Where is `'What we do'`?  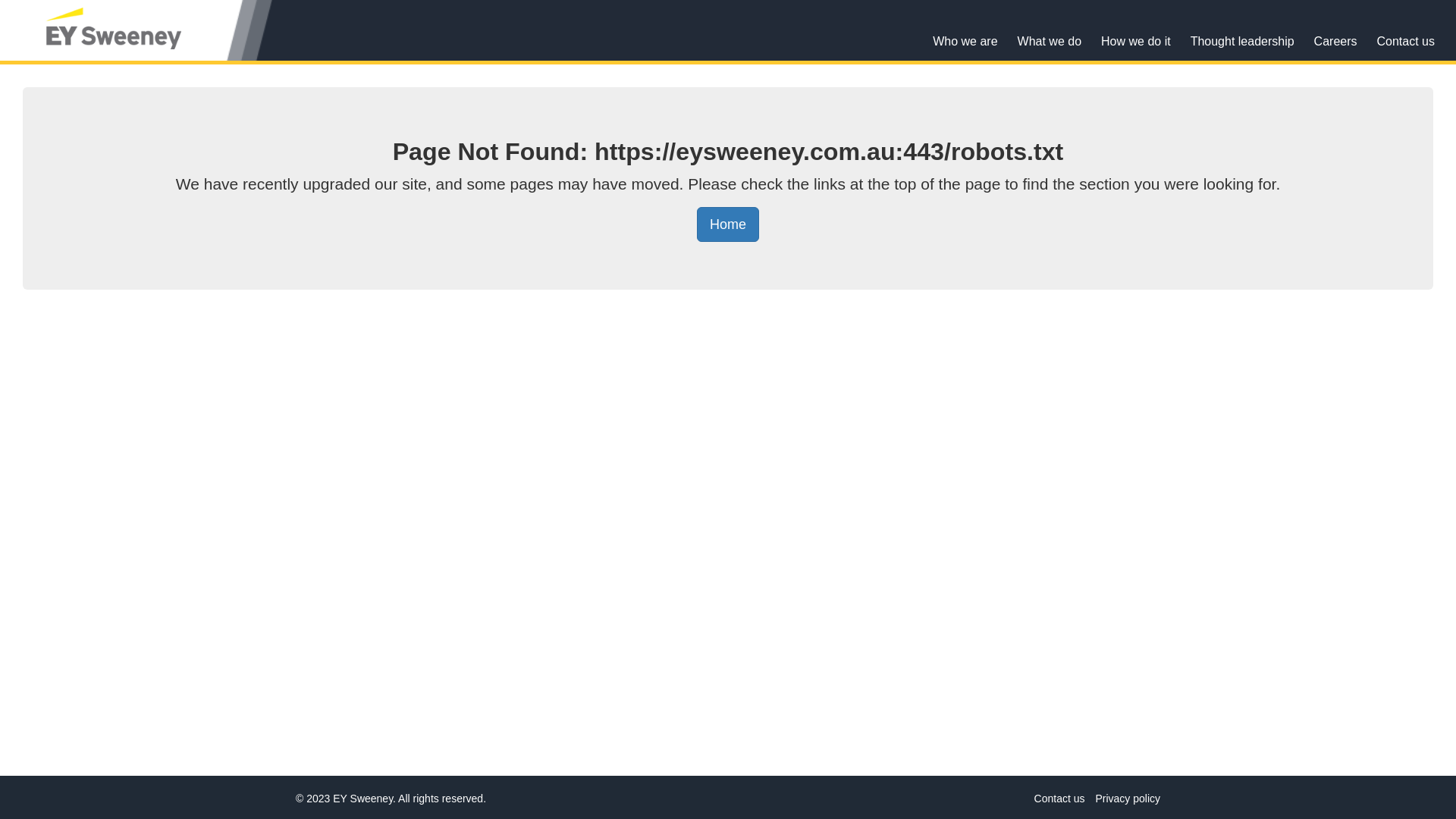 'What we do' is located at coordinates (1048, 40).